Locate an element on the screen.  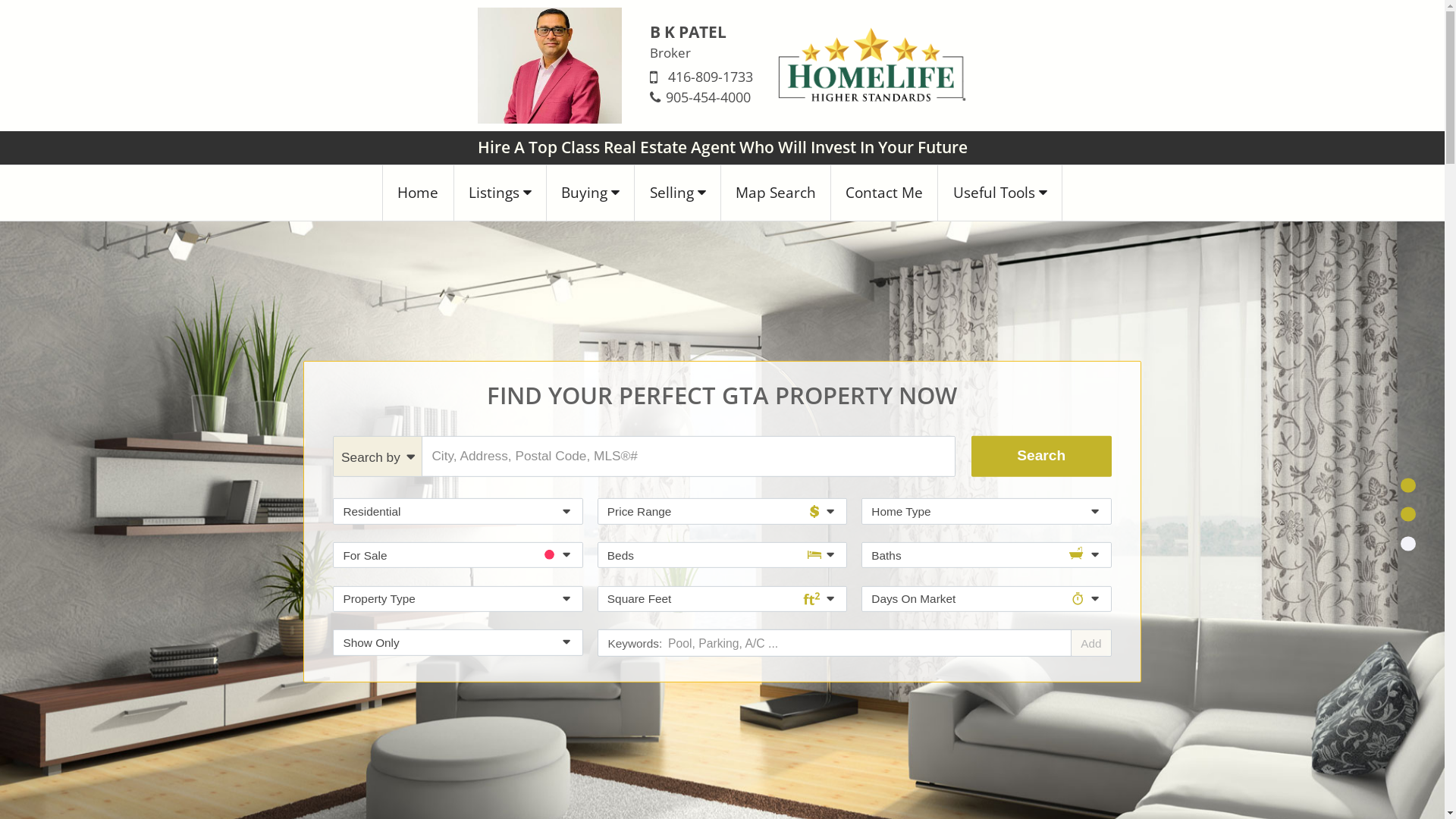
'Add' is located at coordinates (1090, 643).